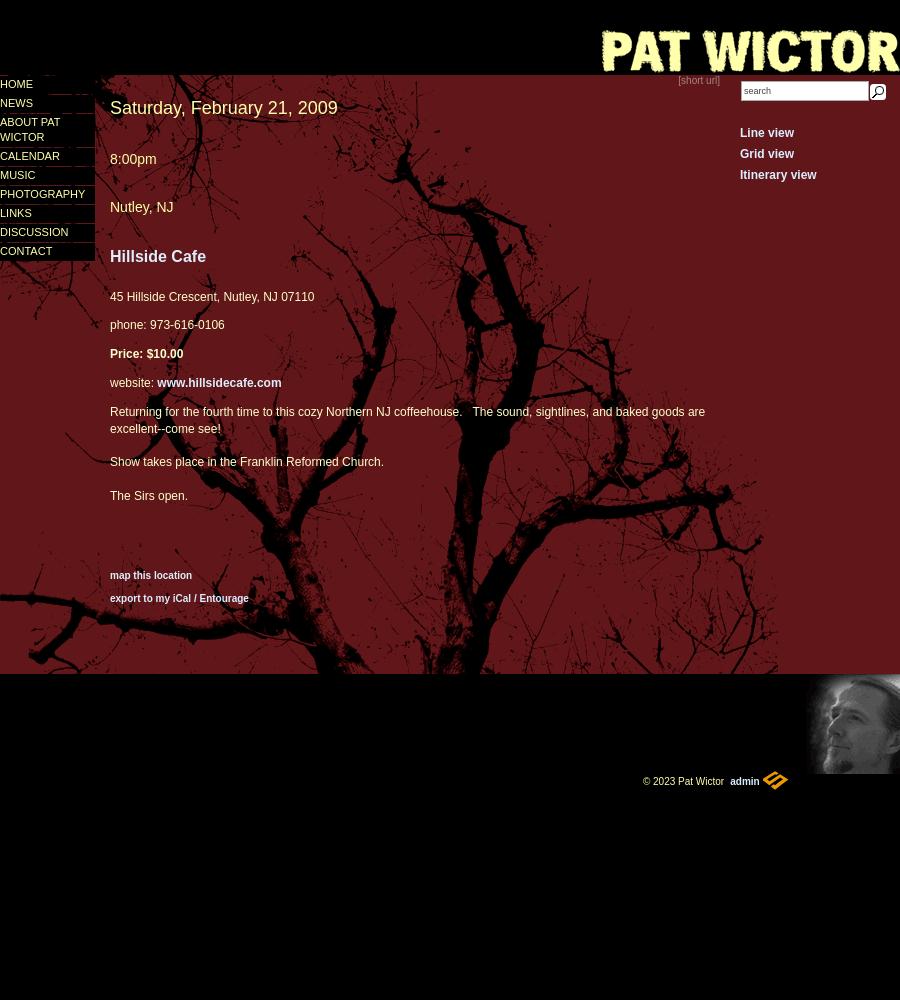 This screenshot has width=900, height=1000. Describe the element at coordinates (25, 251) in the screenshot. I see `'contact'` at that location.